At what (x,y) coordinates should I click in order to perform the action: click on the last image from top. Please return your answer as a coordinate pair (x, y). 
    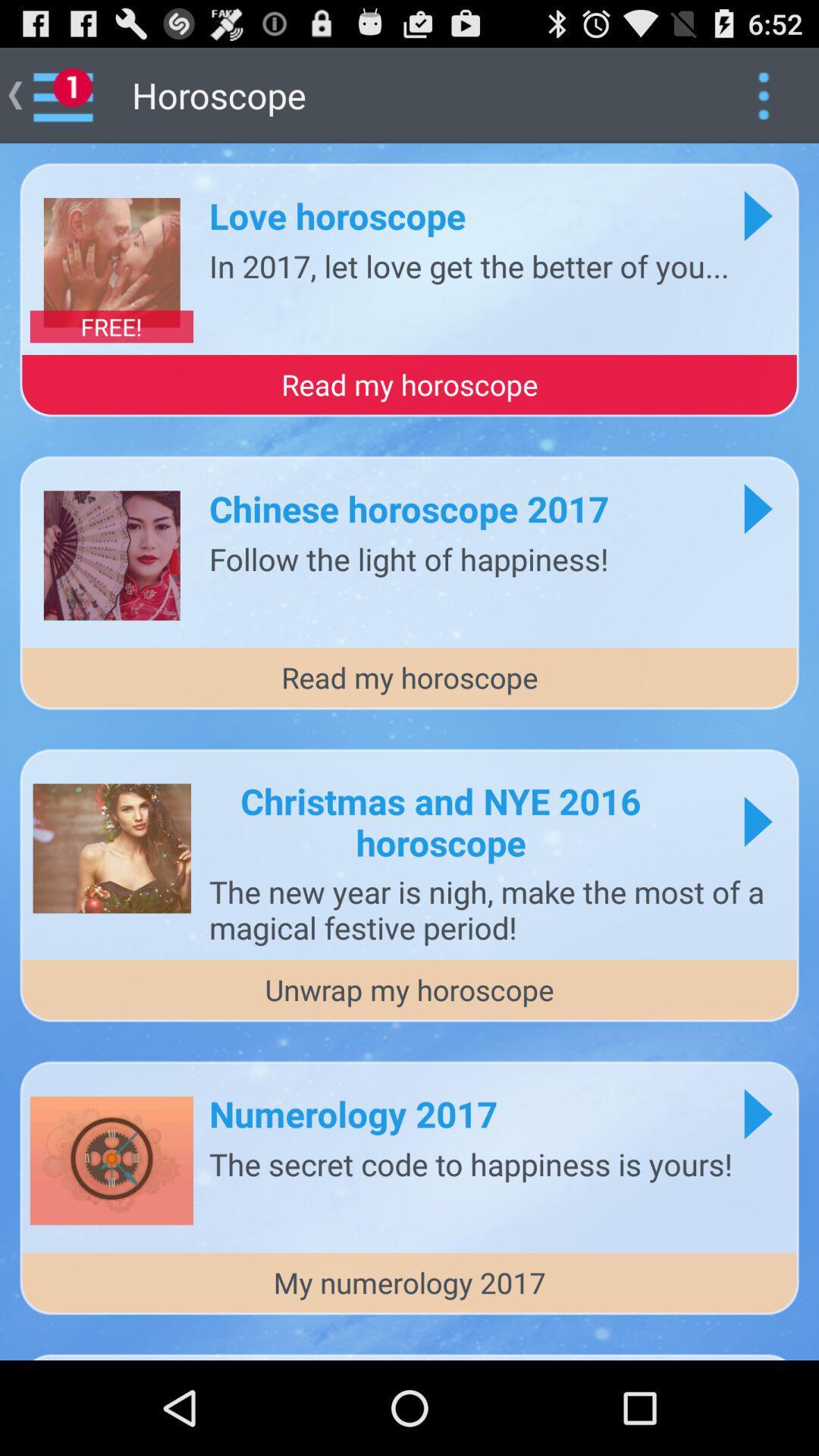
    Looking at the image, I should click on (111, 1159).